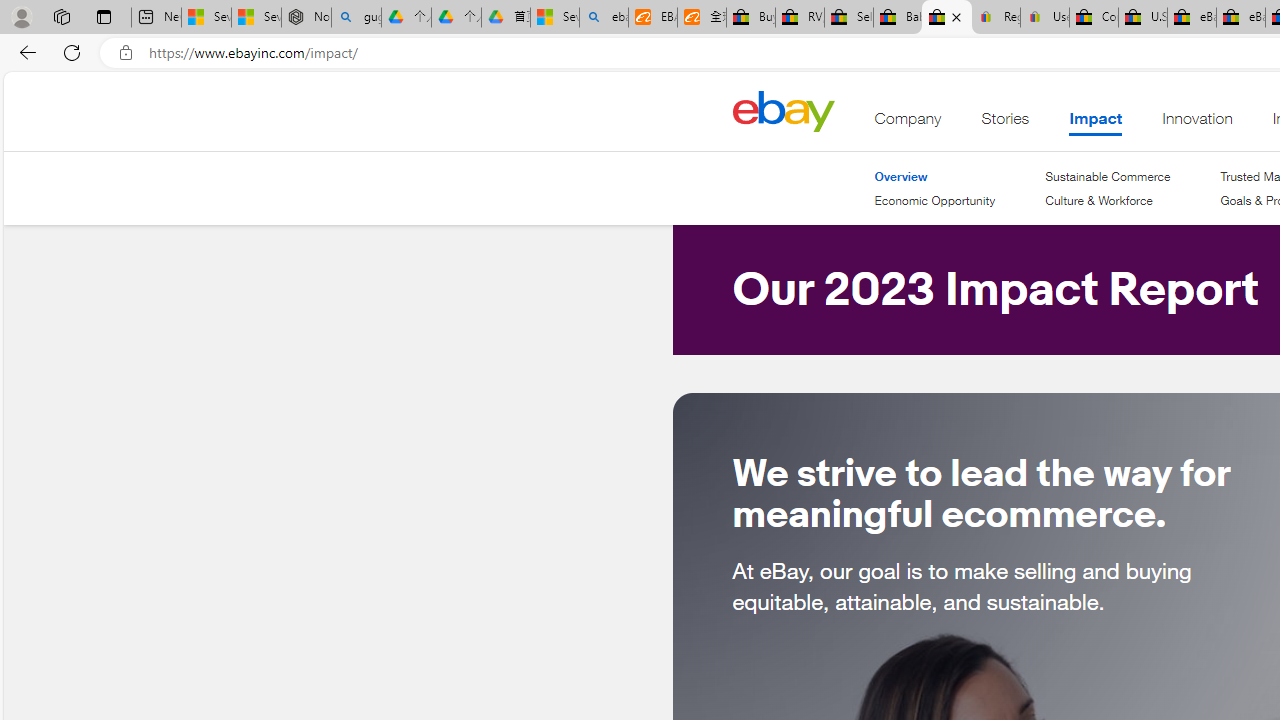  Describe the element at coordinates (1106, 201) in the screenshot. I see `'Culture & Workforce'` at that location.